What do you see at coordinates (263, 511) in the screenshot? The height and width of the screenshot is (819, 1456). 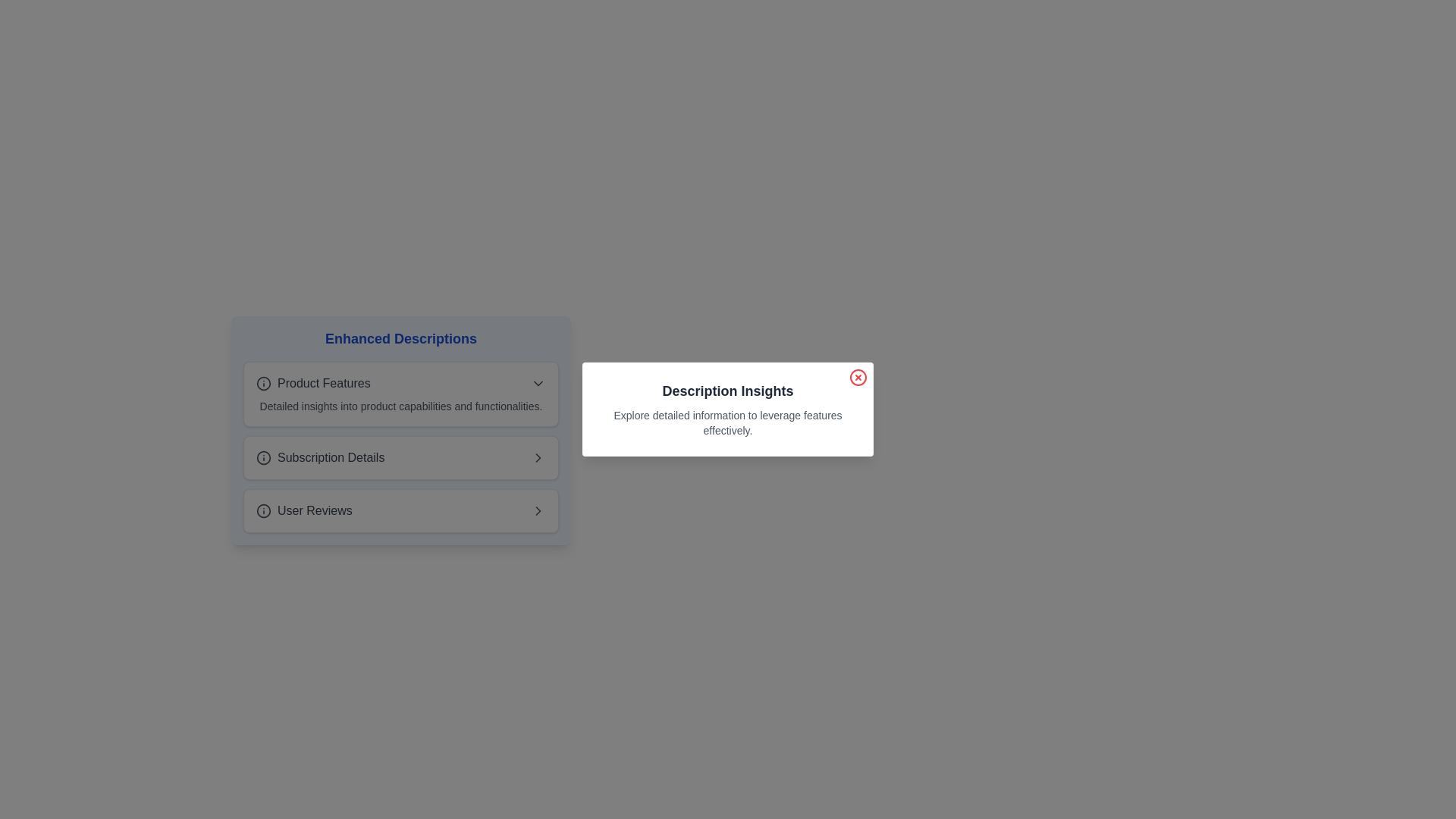 I see `the informational icon related to the 'User Reviews' section located to the left of the text 'User Reviews' in the third option row of the 'Enhanced Descriptions' card` at bounding box center [263, 511].